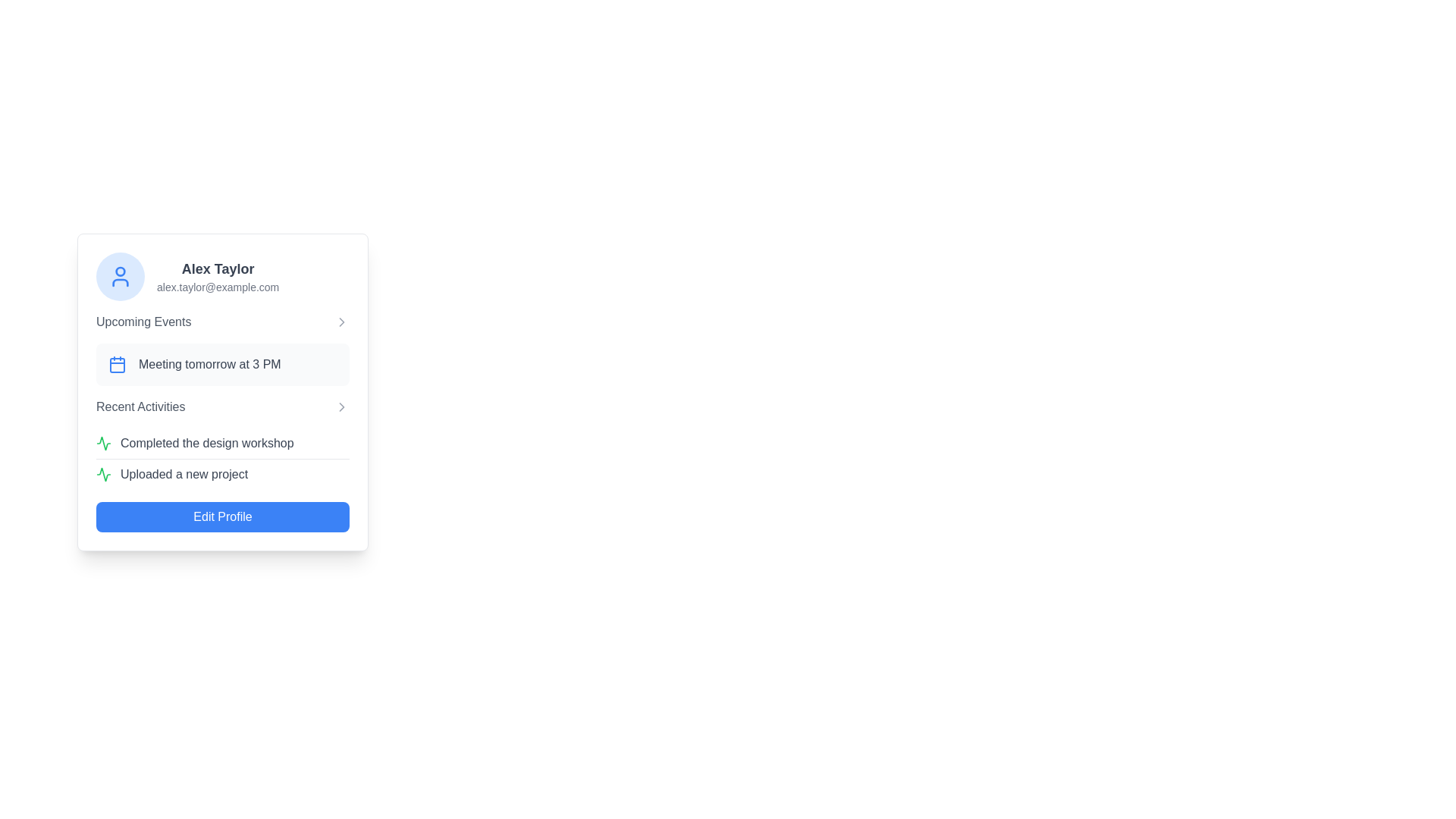  I want to click on the upper-right icon associated with 'Upcoming Events', so click(341, 321).